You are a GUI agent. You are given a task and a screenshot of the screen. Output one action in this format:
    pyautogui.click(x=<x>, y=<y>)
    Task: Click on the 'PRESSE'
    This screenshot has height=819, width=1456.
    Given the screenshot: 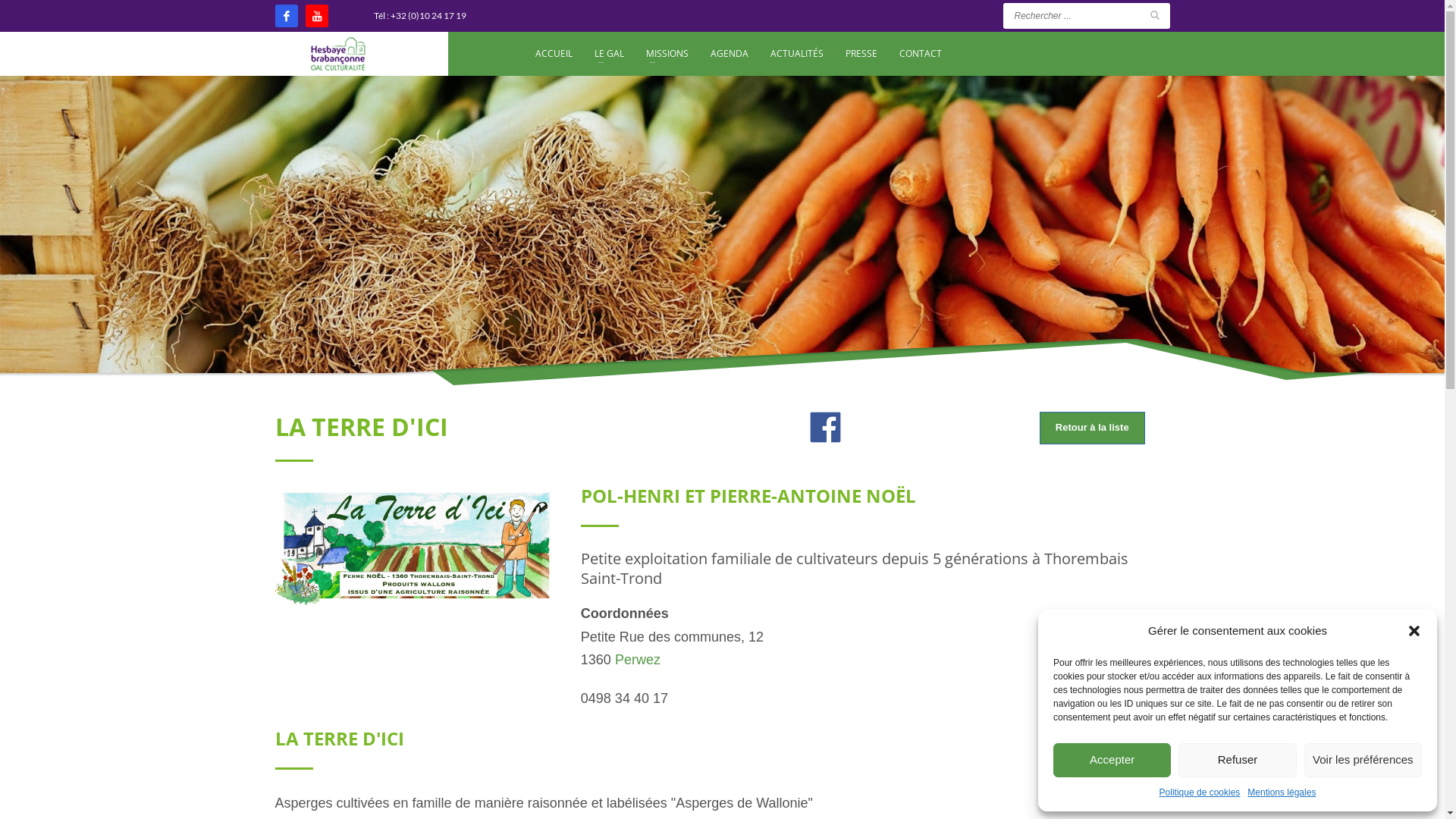 What is the action you would take?
    pyautogui.click(x=860, y=52)
    